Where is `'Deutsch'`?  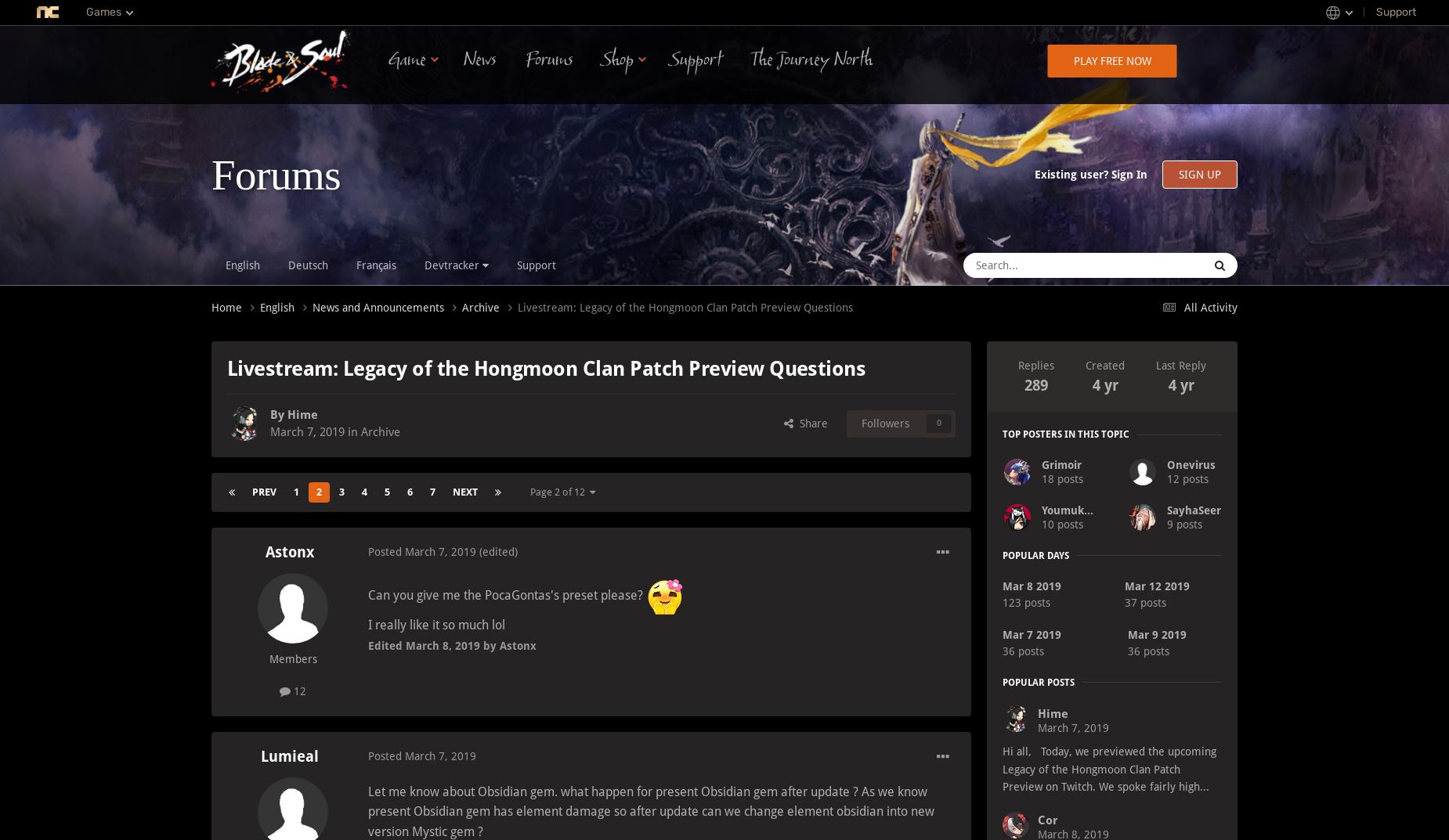
'Deutsch' is located at coordinates (307, 265).